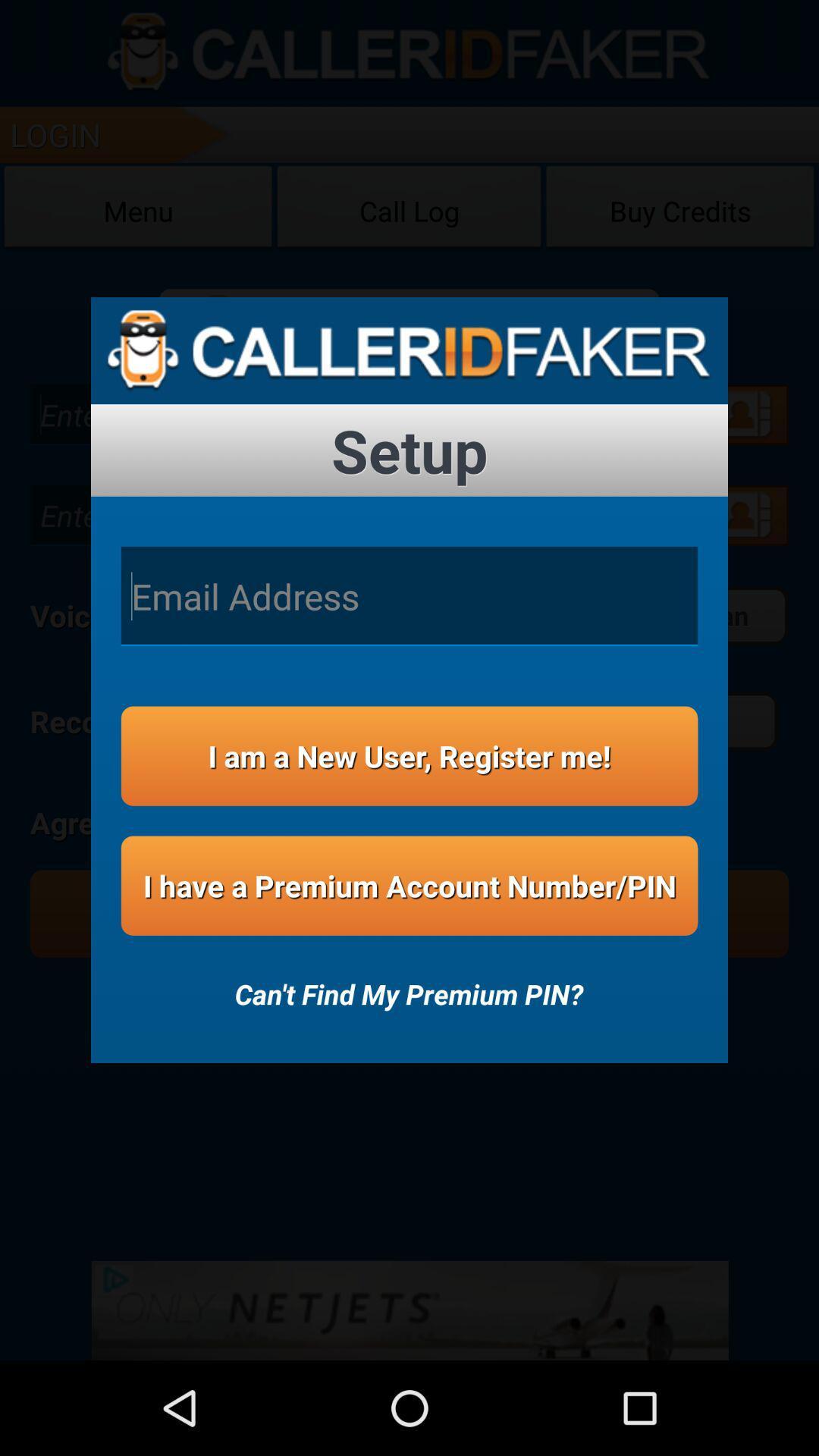 The image size is (819, 1456). Describe the element at coordinates (408, 984) in the screenshot. I see `the button below i have a icon` at that location.